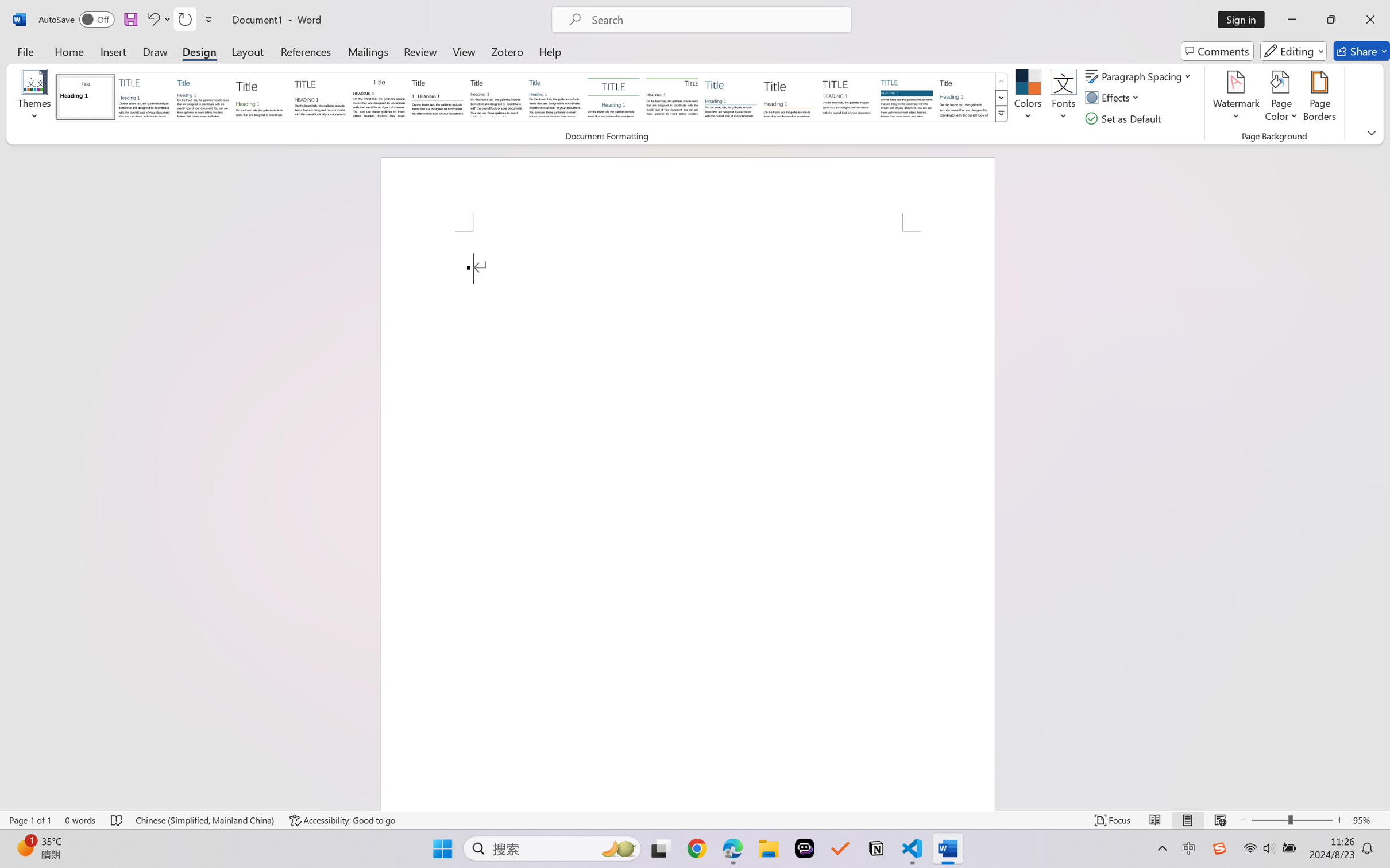  What do you see at coordinates (204, 820) in the screenshot?
I see `'Language Chinese (Simplified, Mainland China)'` at bounding box center [204, 820].